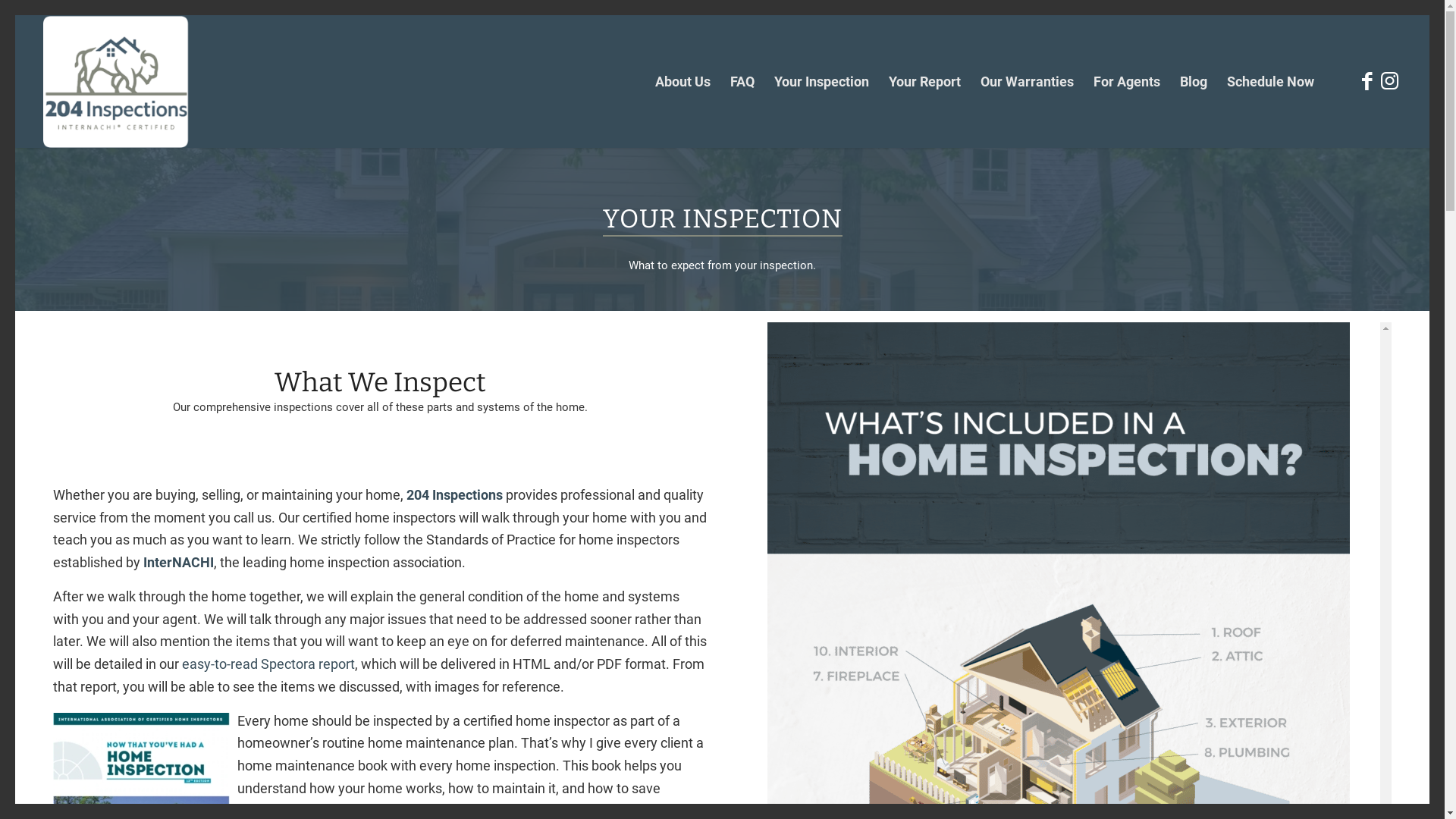  What do you see at coordinates (1270, 81) in the screenshot?
I see `'Schedule Now'` at bounding box center [1270, 81].